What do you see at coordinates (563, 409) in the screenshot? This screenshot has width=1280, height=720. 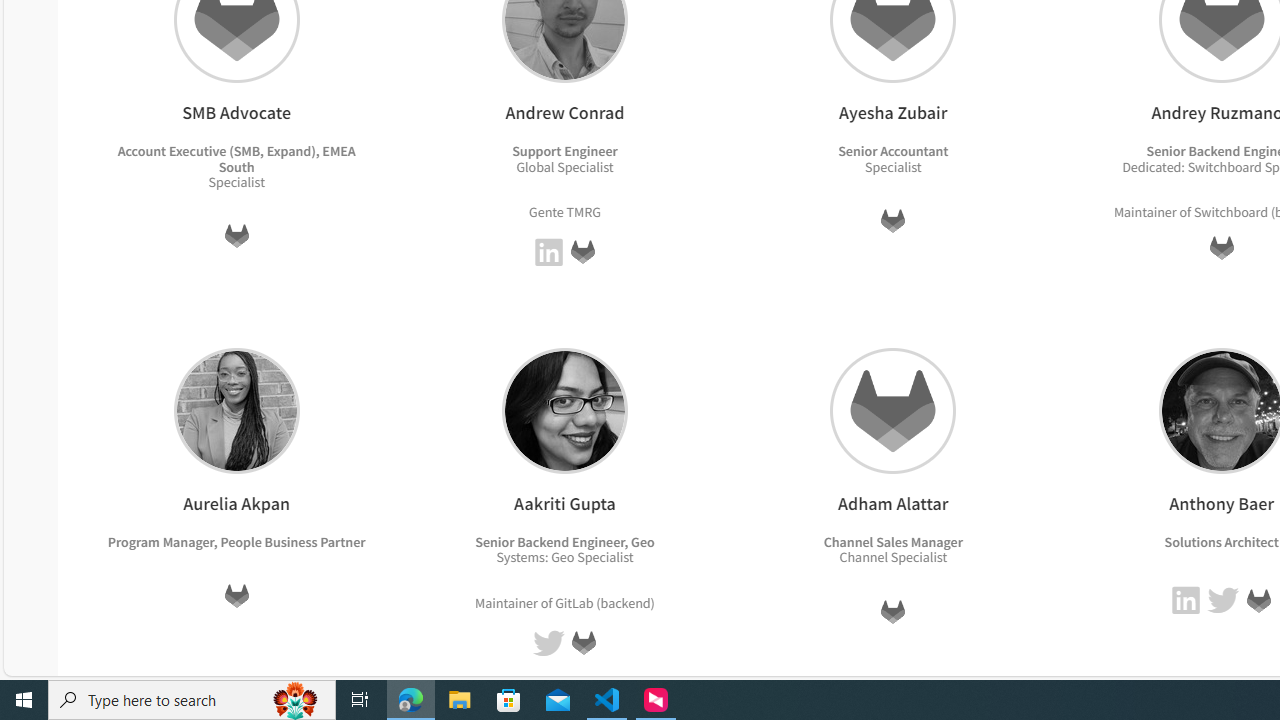 I see `'Aakriti Gupta'` at bounding box center [563, 409].